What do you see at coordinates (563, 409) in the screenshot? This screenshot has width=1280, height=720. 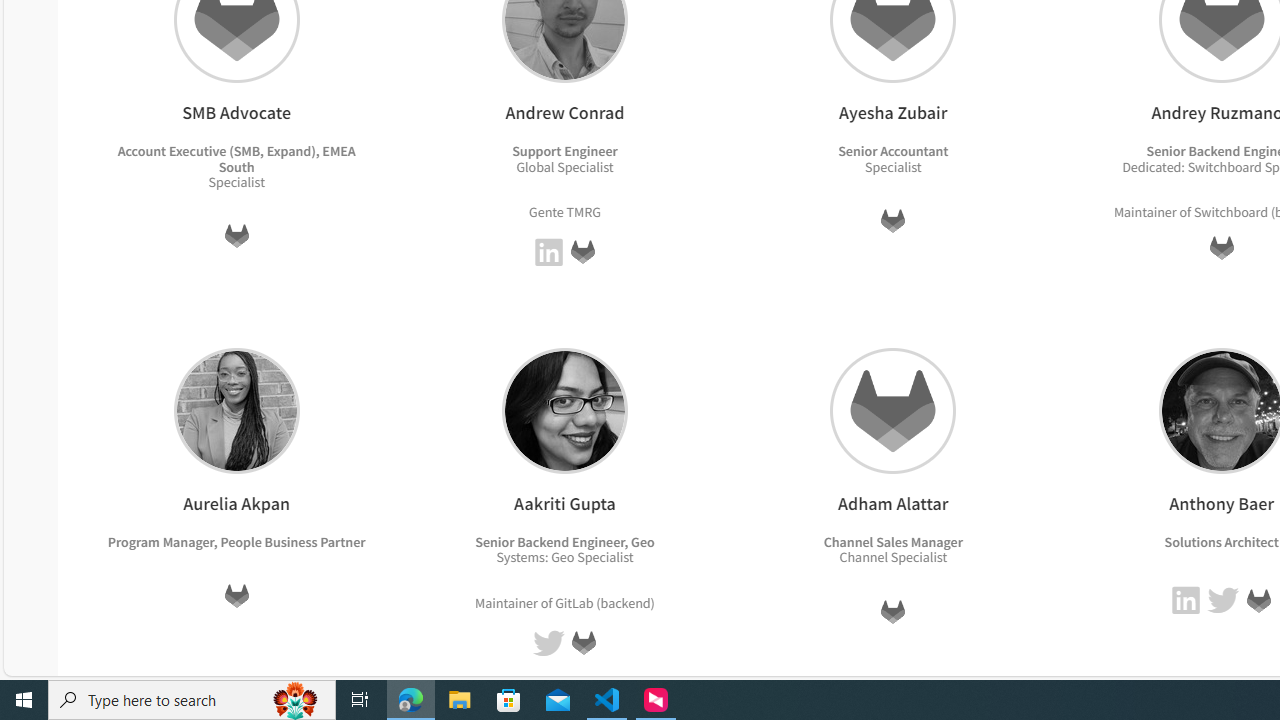 I see `'Aakriti Gupta'` at bounding box center [563, 409].